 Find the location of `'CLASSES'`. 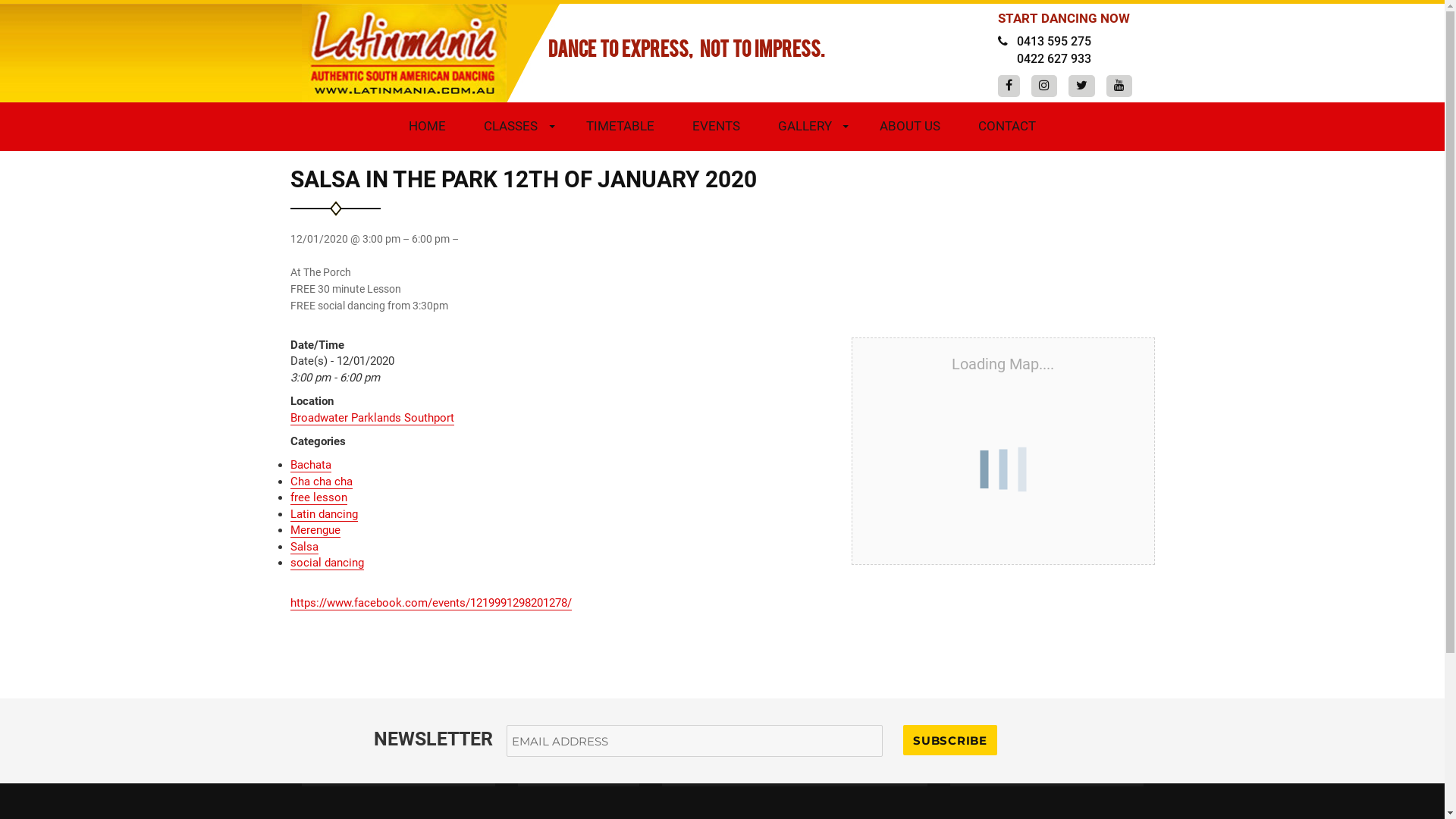

'CLASSES' is located at coordinates (464, 124).